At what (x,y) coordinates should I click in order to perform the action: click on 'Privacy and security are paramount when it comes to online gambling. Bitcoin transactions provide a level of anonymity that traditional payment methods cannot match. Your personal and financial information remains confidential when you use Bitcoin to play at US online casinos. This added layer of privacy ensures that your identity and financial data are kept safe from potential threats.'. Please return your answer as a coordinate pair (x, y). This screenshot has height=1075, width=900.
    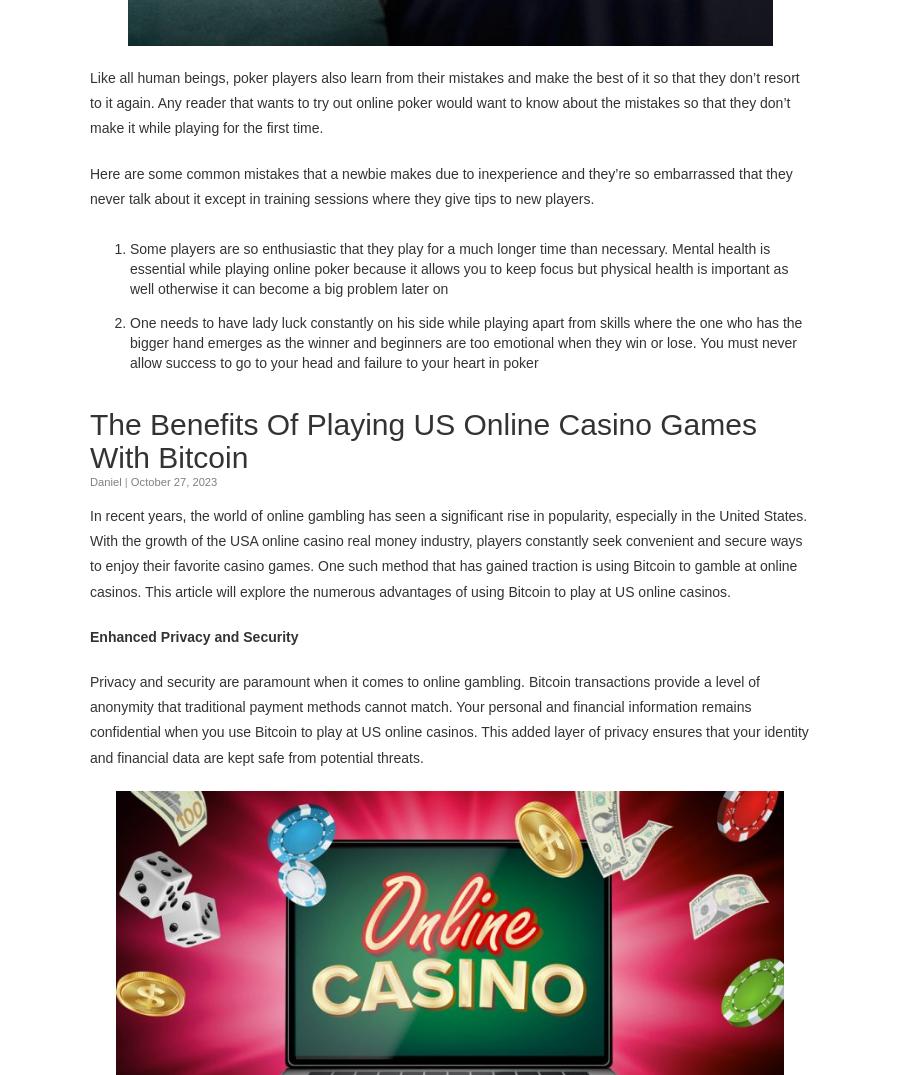
    Looking at the image, I should click on (449, 716).